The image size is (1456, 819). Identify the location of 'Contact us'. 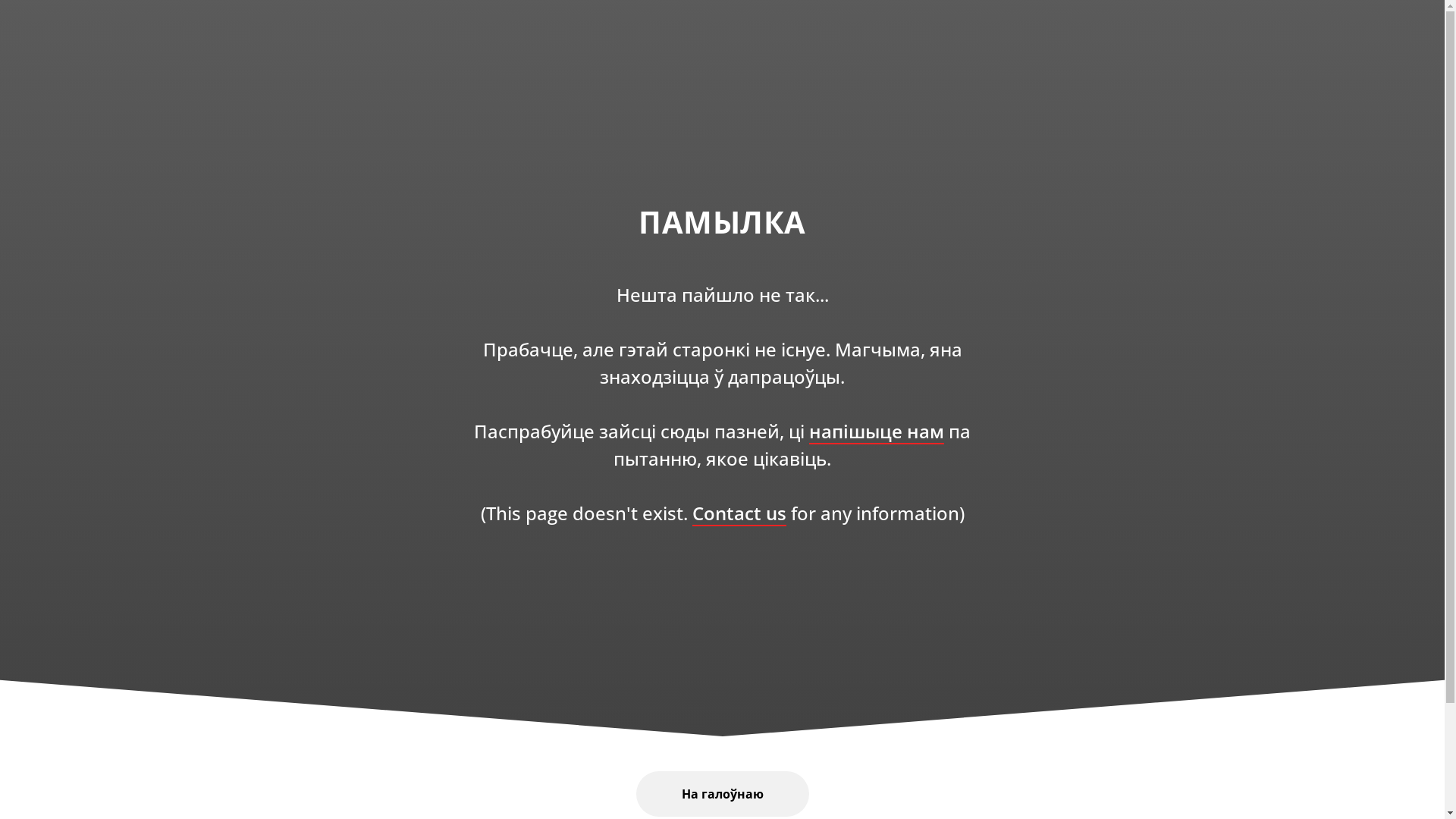
(739, 513).